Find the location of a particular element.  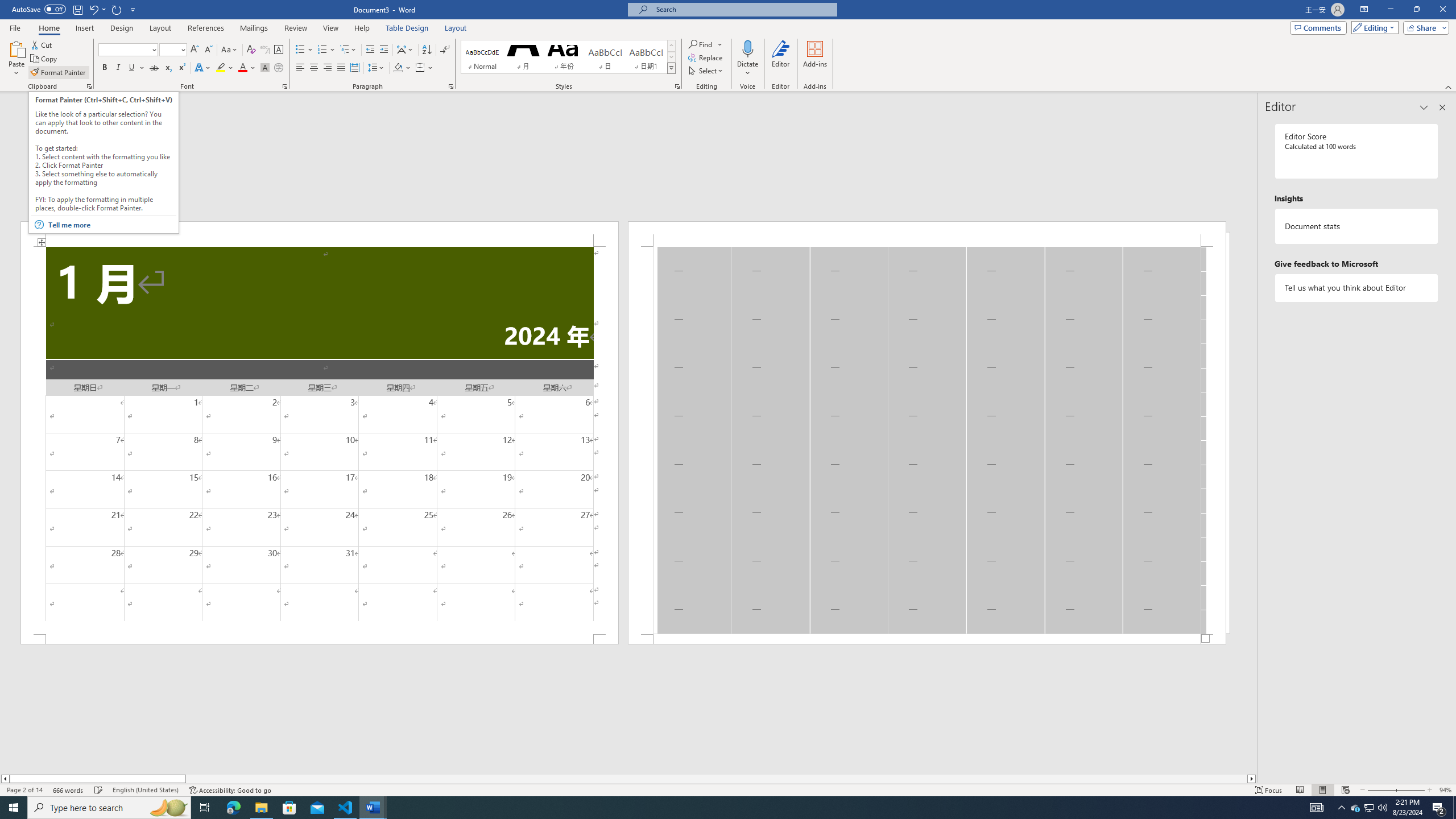

'Editor' is located at coordinates (781, 59).